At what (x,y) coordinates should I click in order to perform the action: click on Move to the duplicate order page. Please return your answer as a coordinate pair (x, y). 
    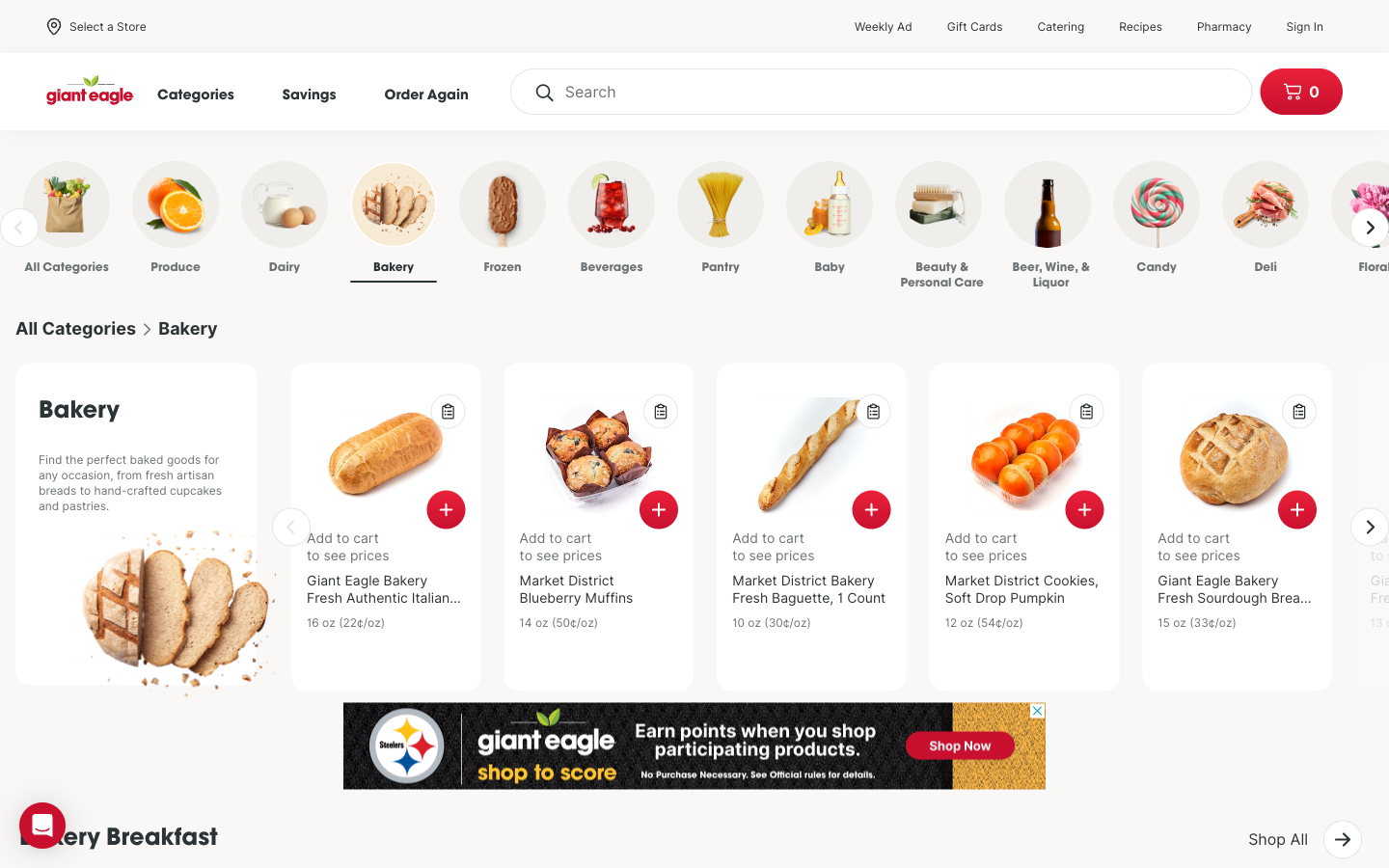
    Looking at the image, I should click on (436, 93).